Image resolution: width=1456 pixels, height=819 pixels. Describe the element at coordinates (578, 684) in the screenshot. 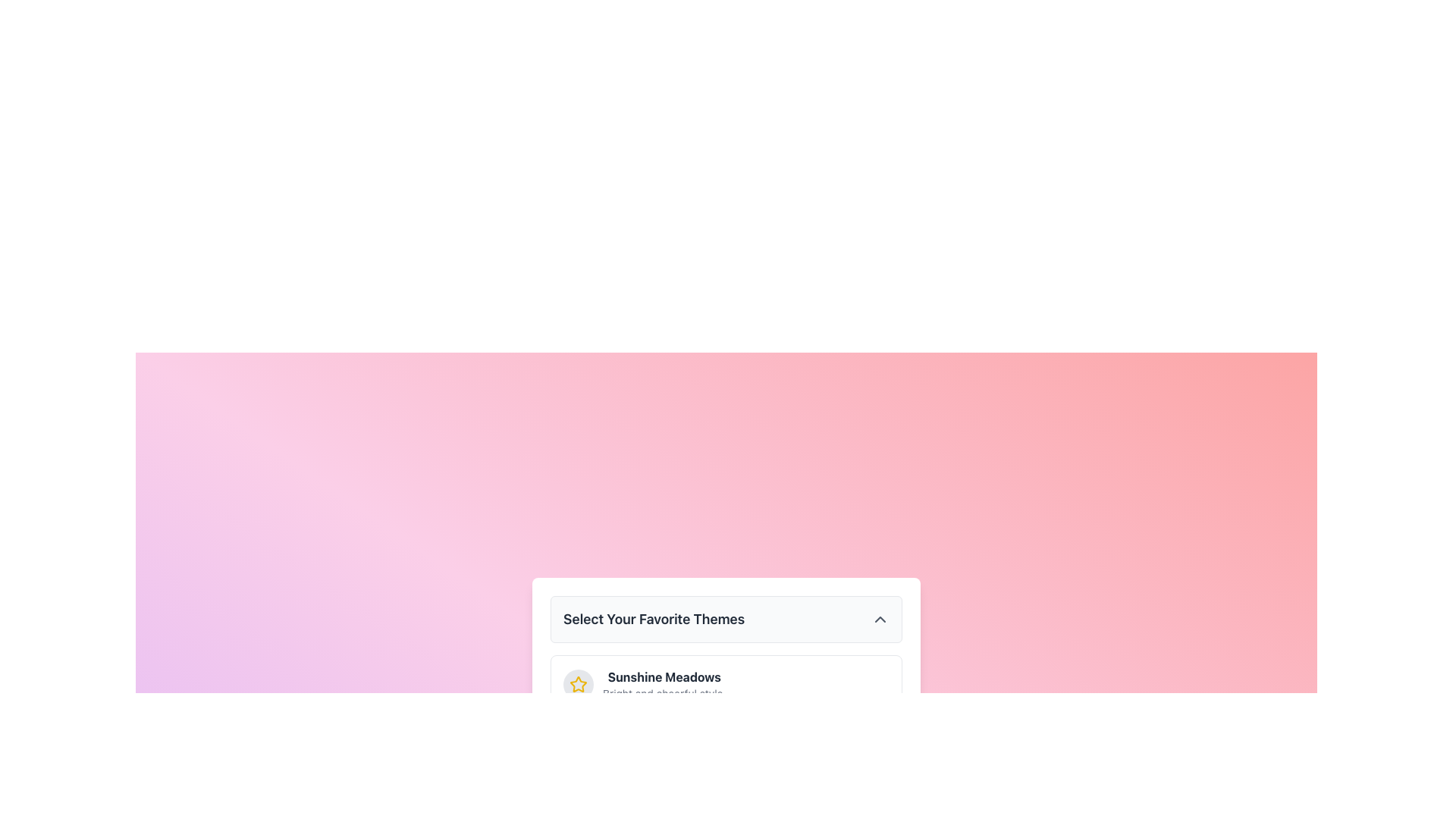

I see `the star icon located on the left-hand side of the description 'Sunshine Meadows'` at that location.